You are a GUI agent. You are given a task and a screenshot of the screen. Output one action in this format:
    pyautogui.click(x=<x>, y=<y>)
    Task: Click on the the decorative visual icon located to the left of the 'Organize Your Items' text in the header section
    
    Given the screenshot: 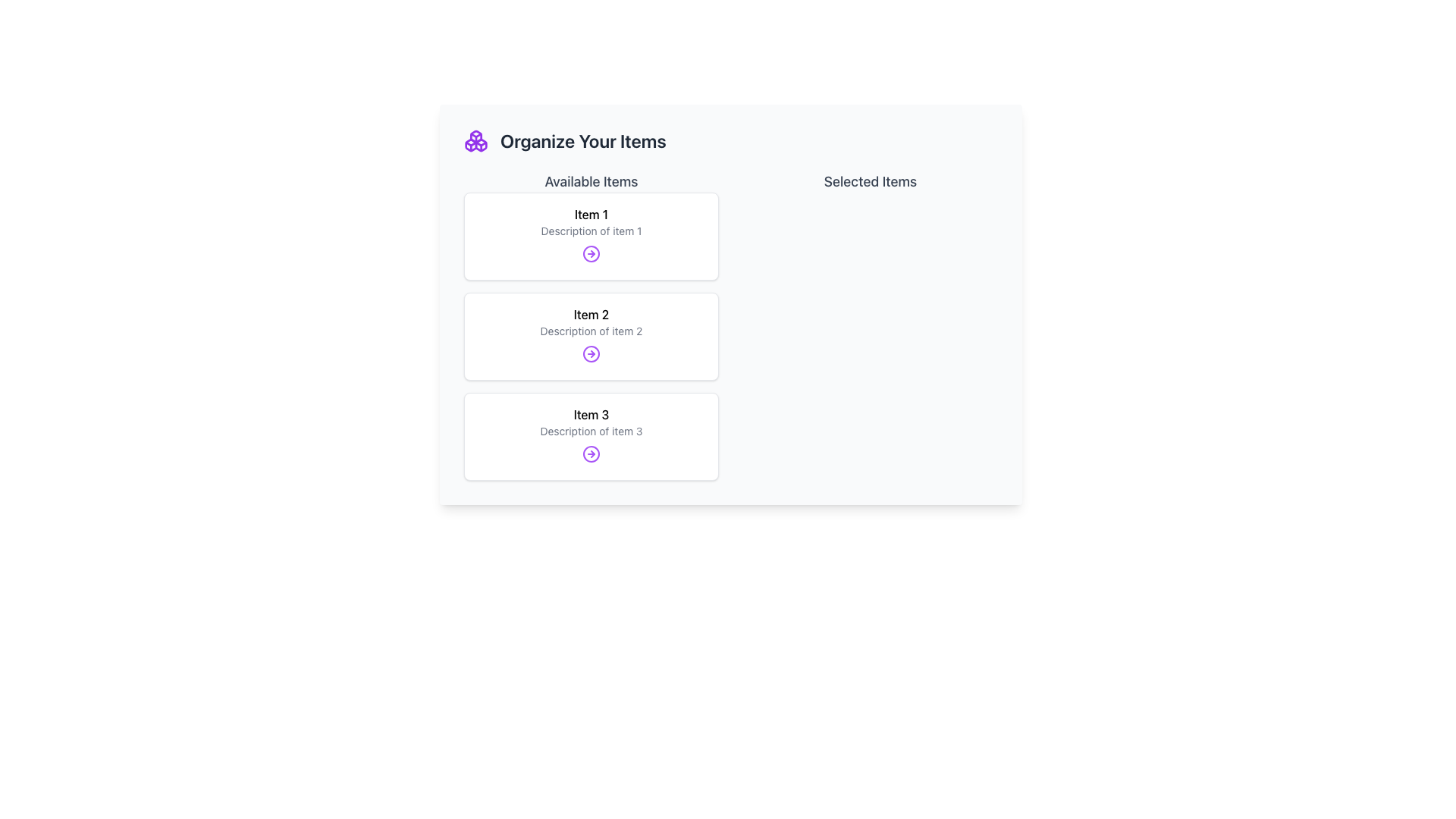 What is the action you would take?
    pyautogui.click(x=475, y=140)
    